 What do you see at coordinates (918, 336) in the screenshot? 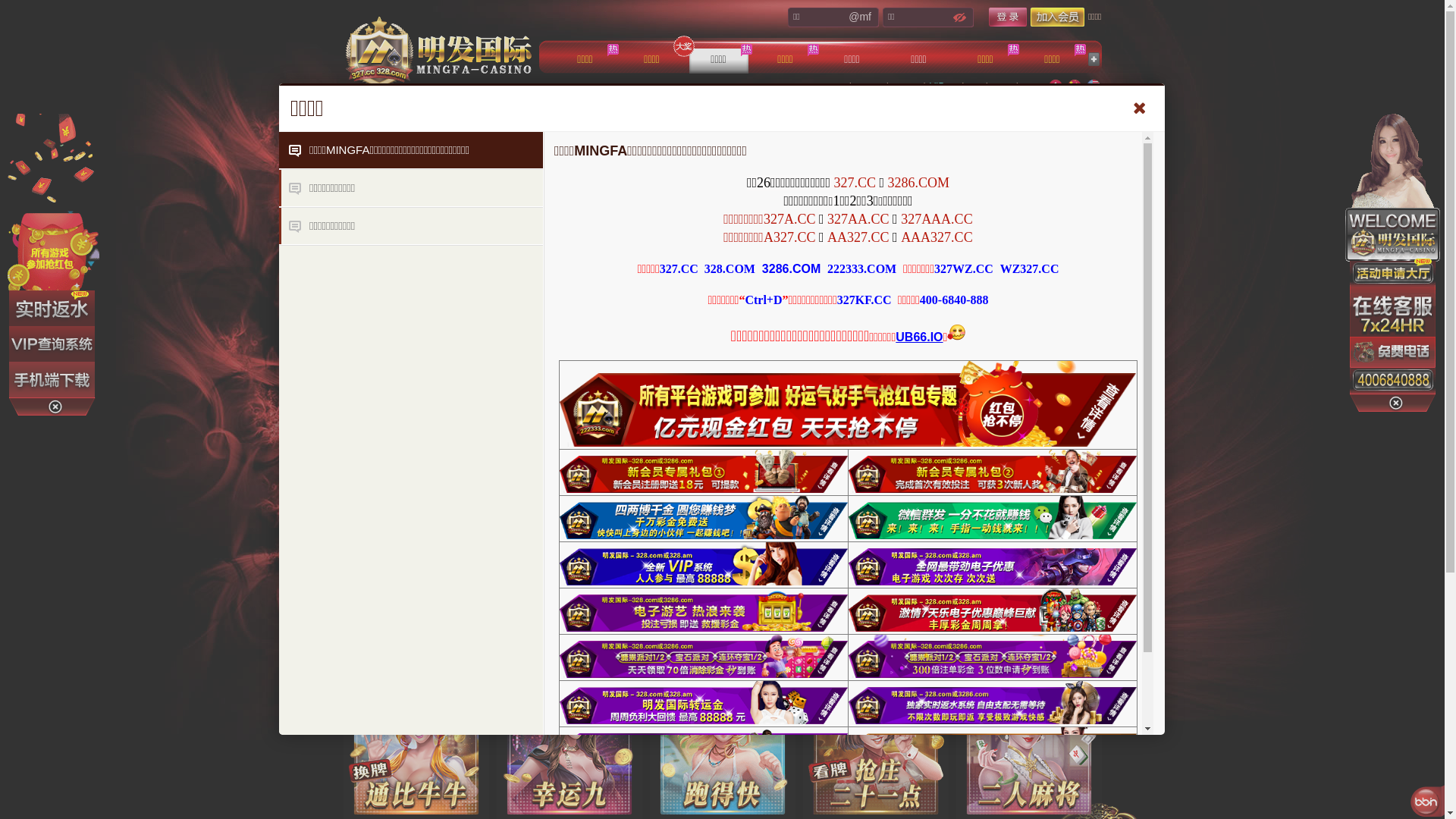
I see `'UB66.IO'` at bounding box center [918, 336].